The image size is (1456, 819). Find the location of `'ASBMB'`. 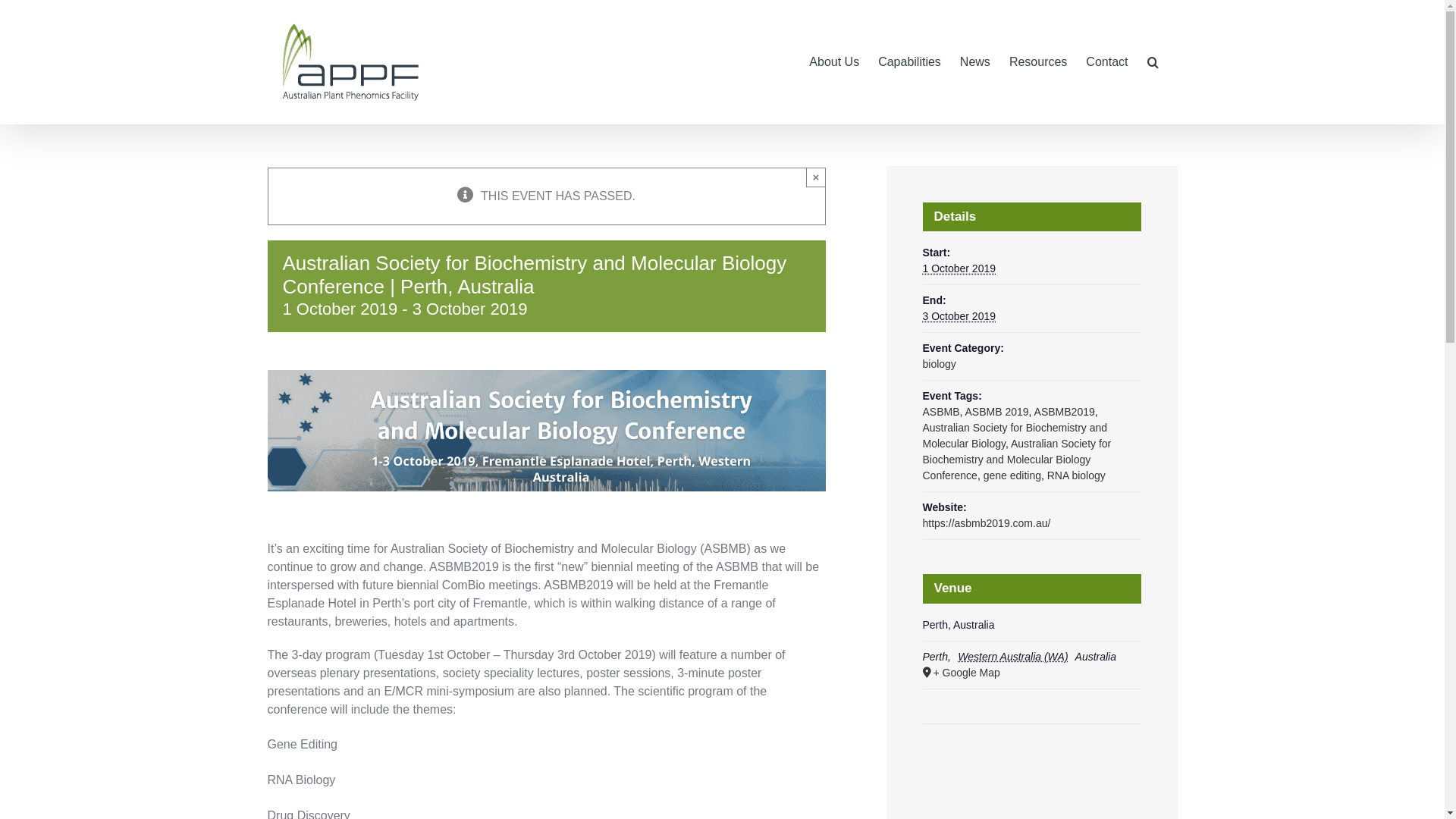

'ASBMB' is located at coordinates (940, 412).